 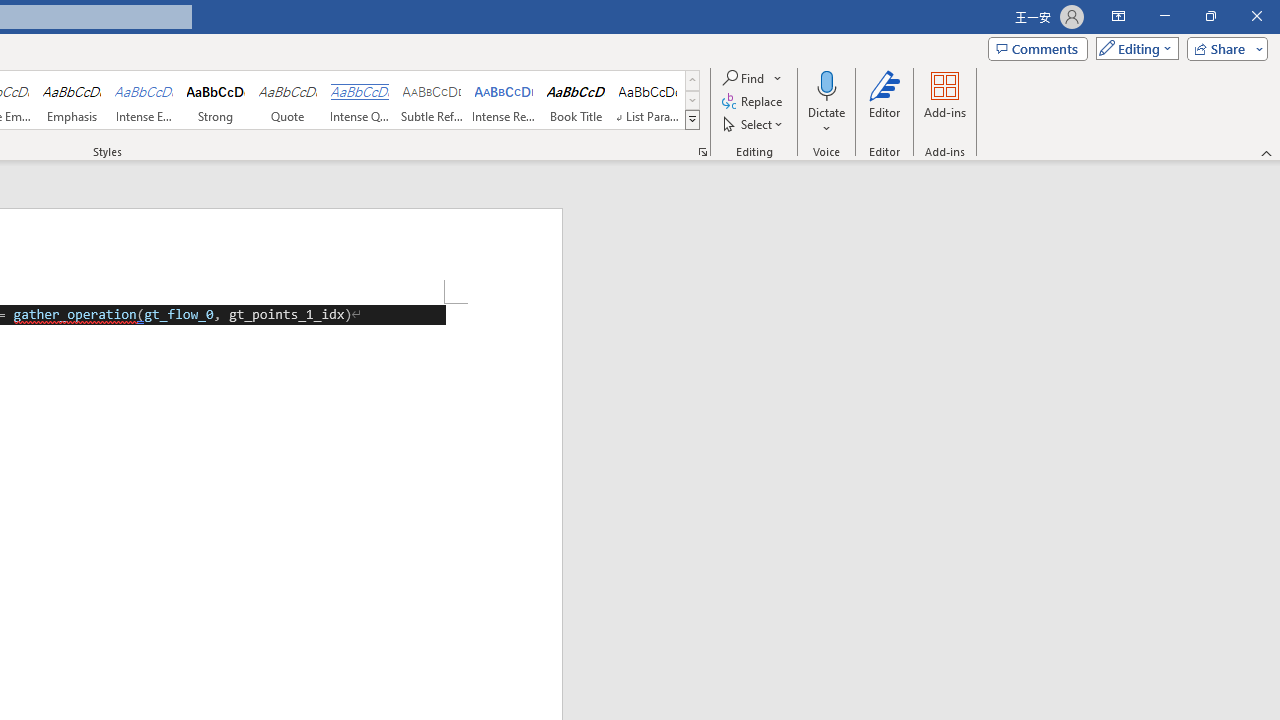 I want to click on 'Row Down', so click(x=692, y=100).